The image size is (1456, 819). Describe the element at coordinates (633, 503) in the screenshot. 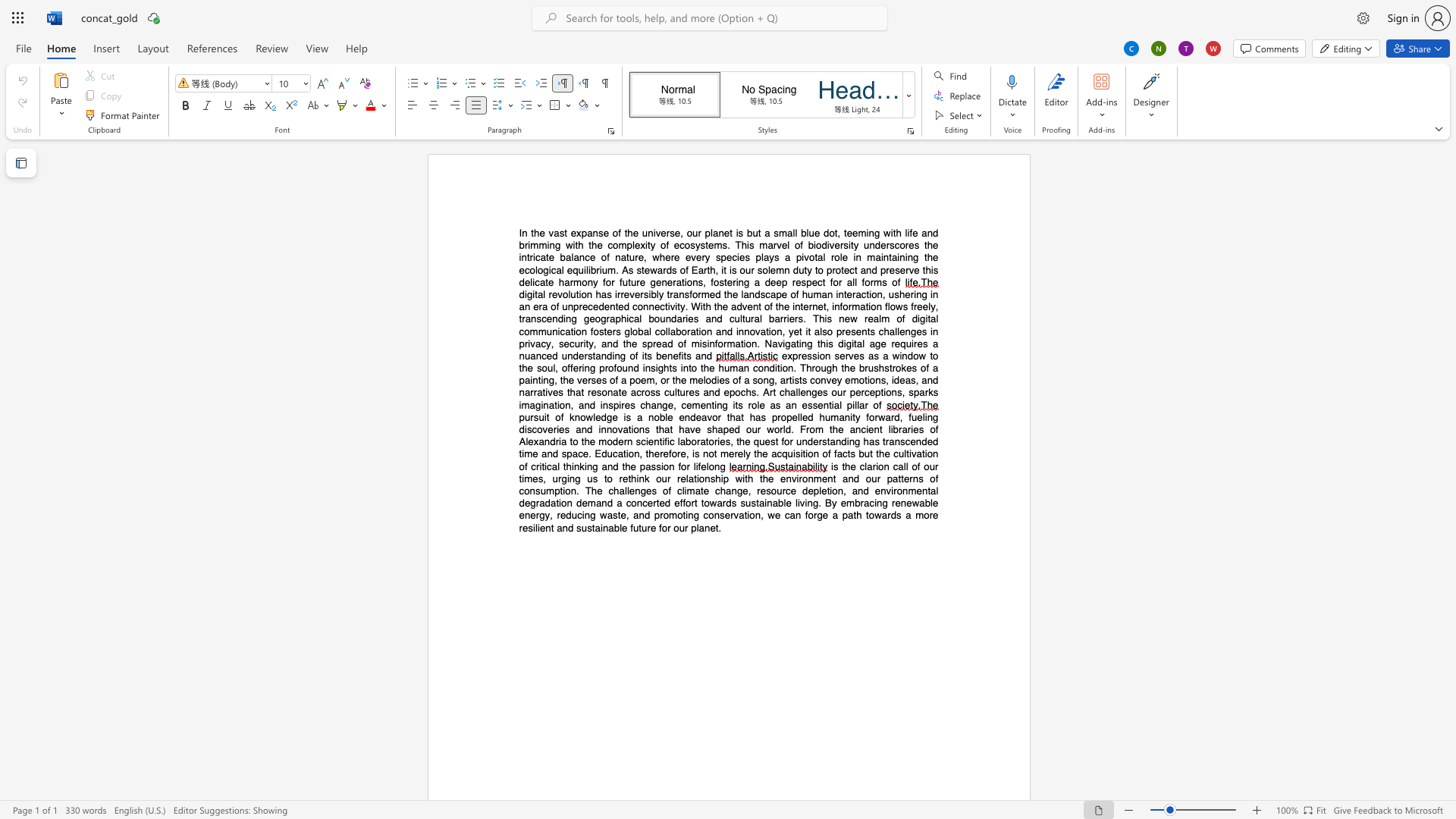

I see `the 17th character "o" in the text` at that location.